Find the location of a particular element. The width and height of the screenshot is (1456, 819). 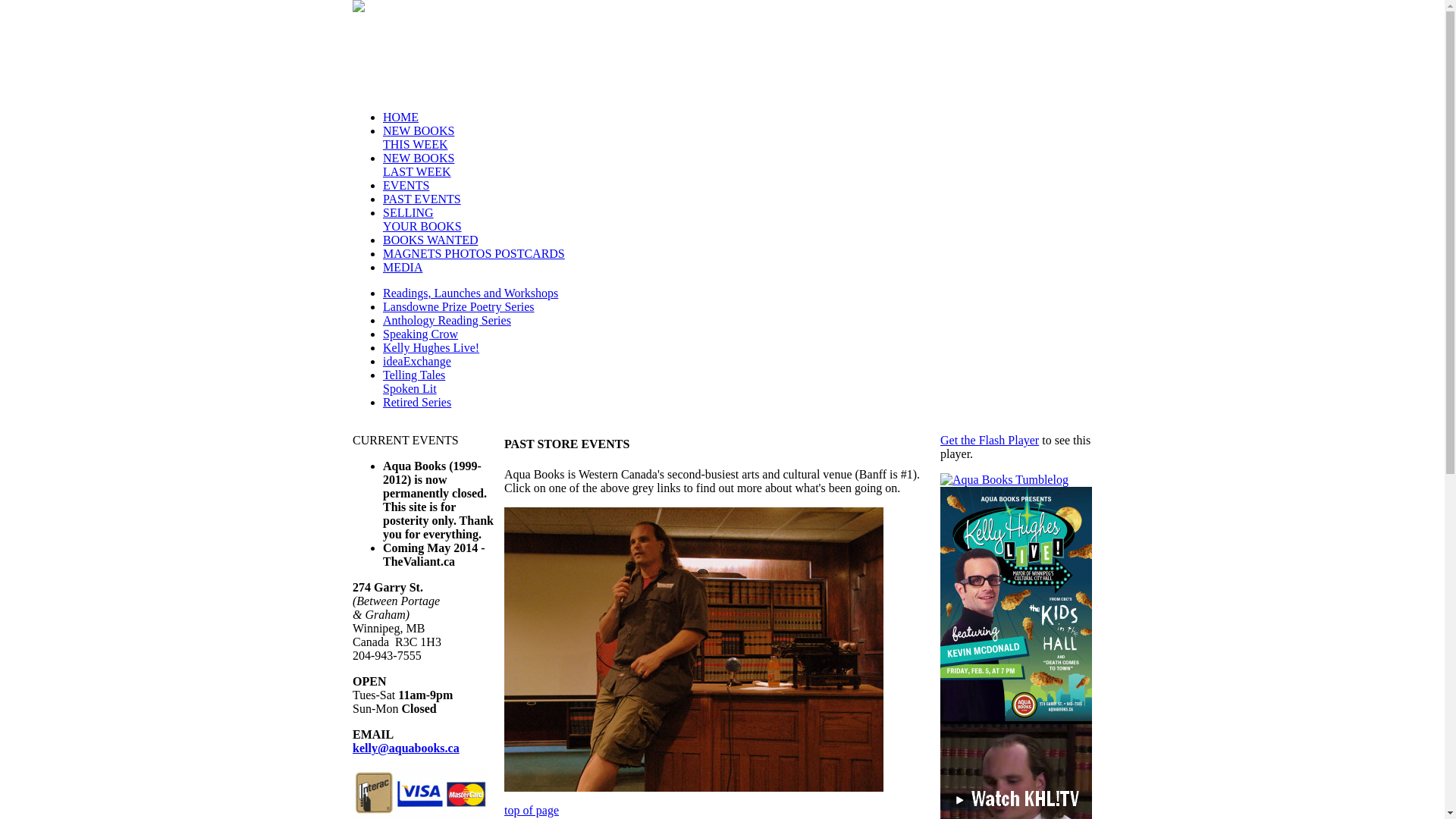

'Get the Flash Player' is located at coordinates (990, 440).